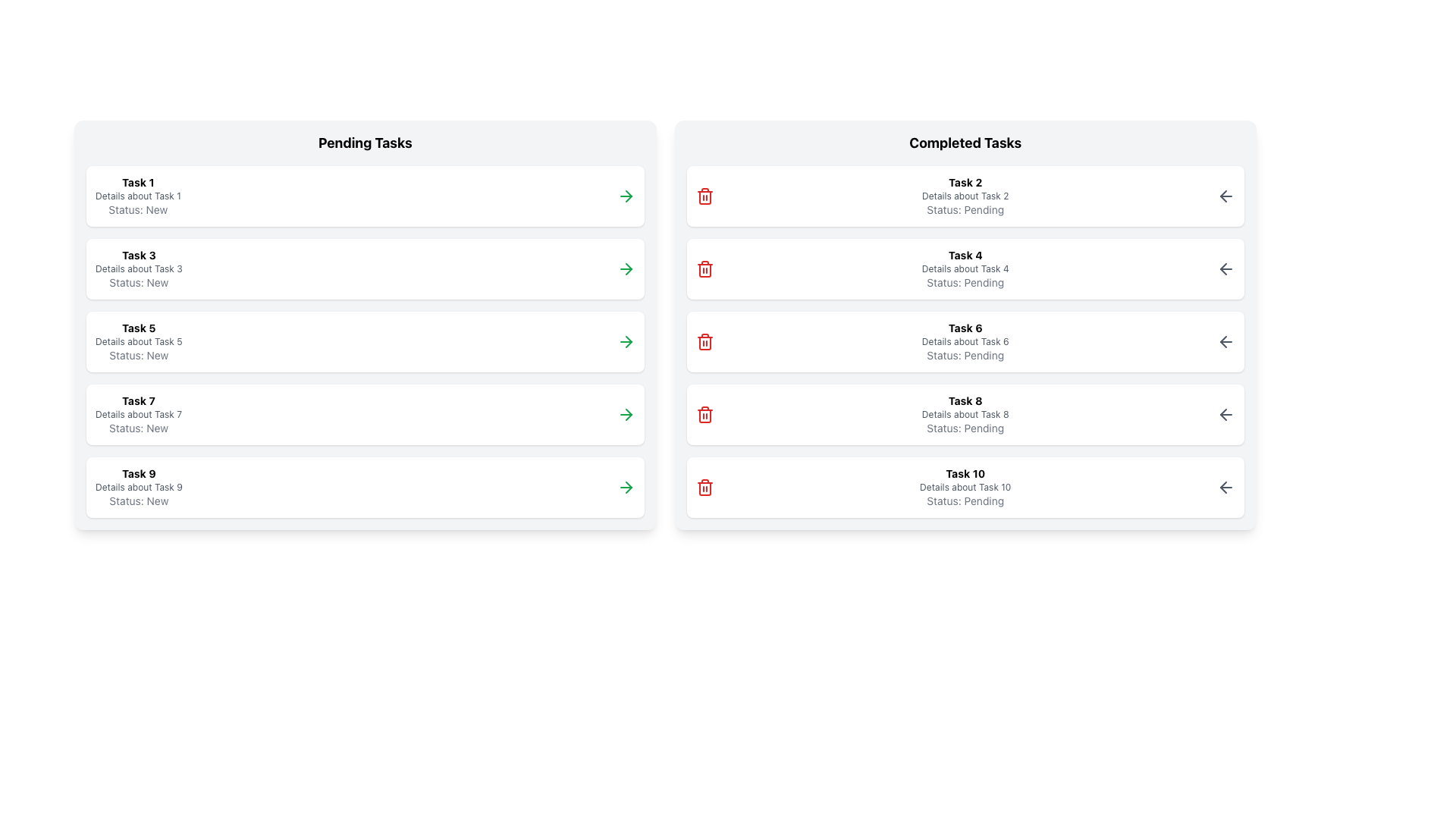  What do you see at coordinates (365, 268) in the screenshot?
I see `the second task card in the 'Pending Tasks' section` at bounding box center [365, 268].